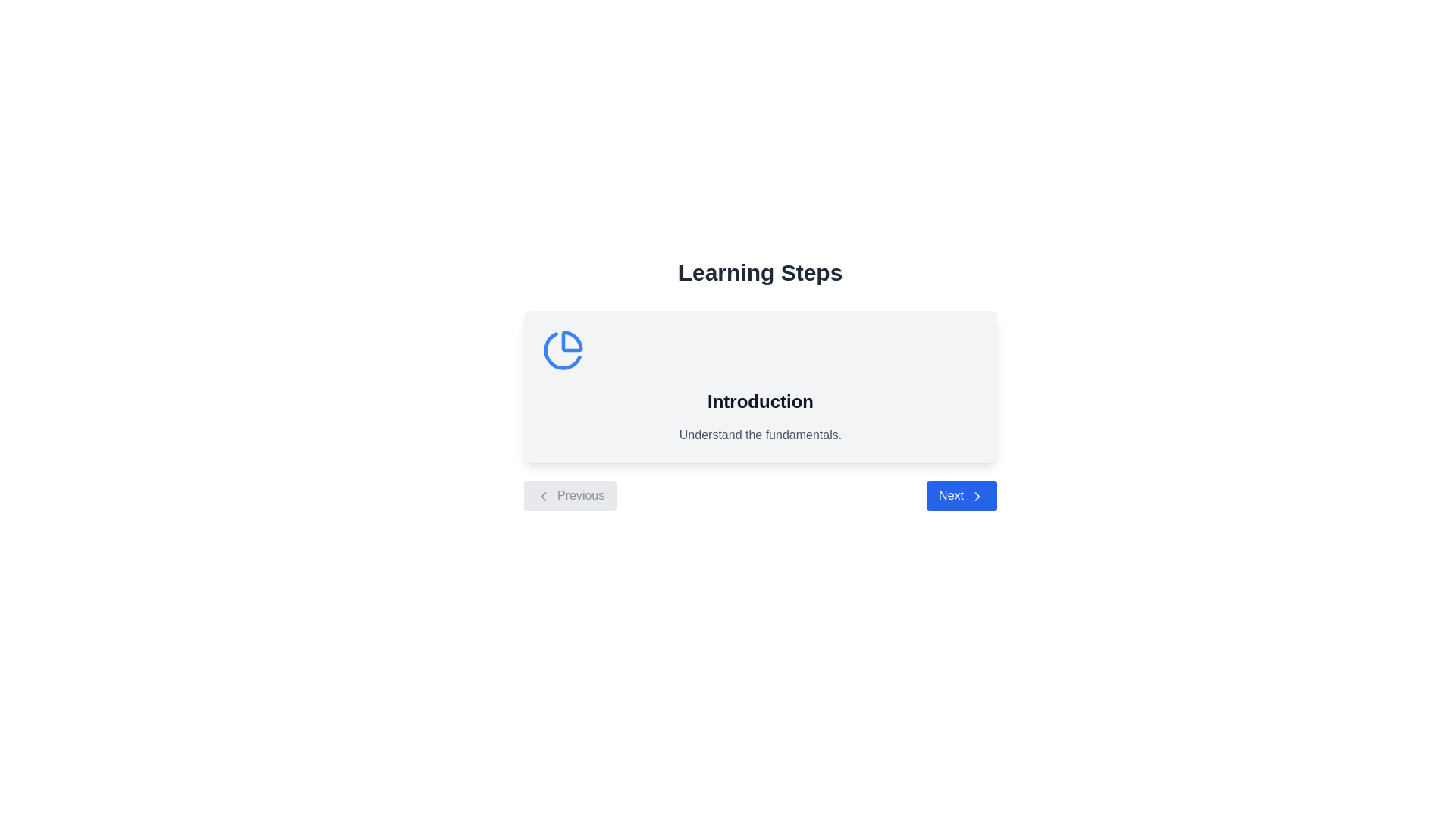 The image size is (1456, 819). What do you see at coordinates (977, 496) in the screenshot?
I see `the 'Next' button which contains a chevron arrow icon, located in the bottom-right corner of the interface, to trigger navigation to the next step or page` at bounding box center [977, 496].